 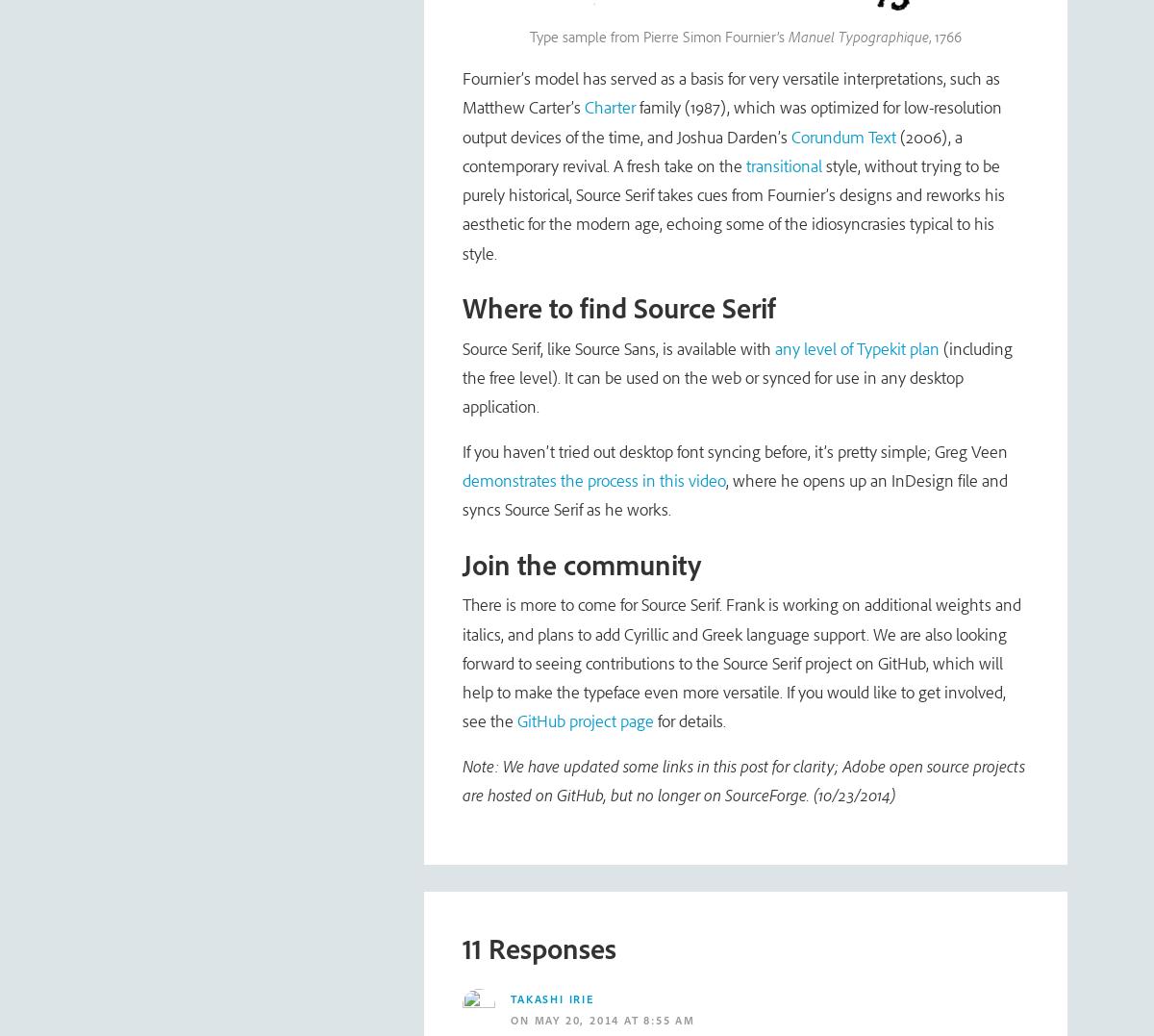 I want to click on 'family (1987), which was optimized for low-resolution output devices of the time, and Joshua Darden’s', so click(x=461, y=121).